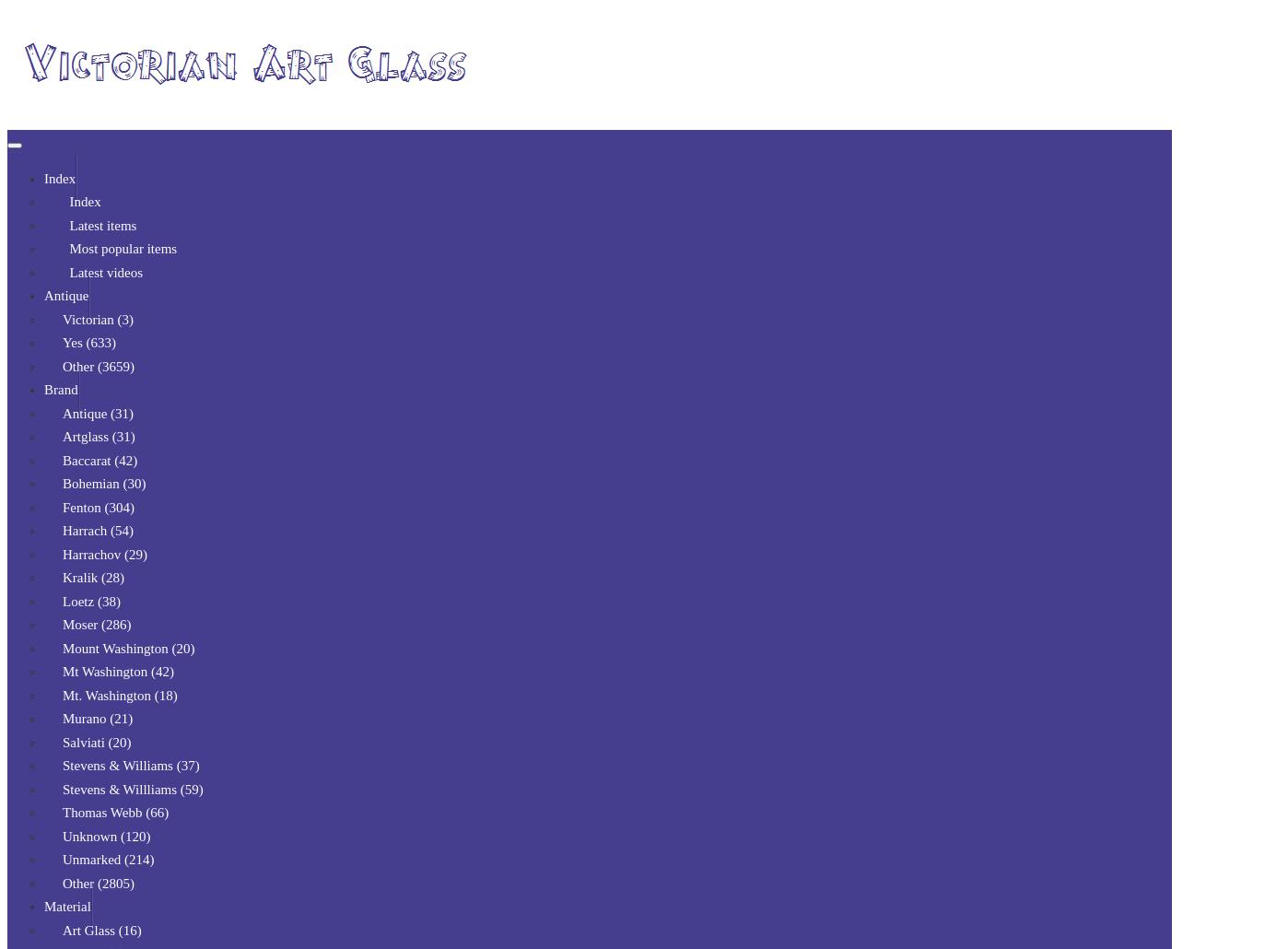  Describe the element at coordinates (106, 836) in the screenshot. I see `'Unknown (120)'` at that location.